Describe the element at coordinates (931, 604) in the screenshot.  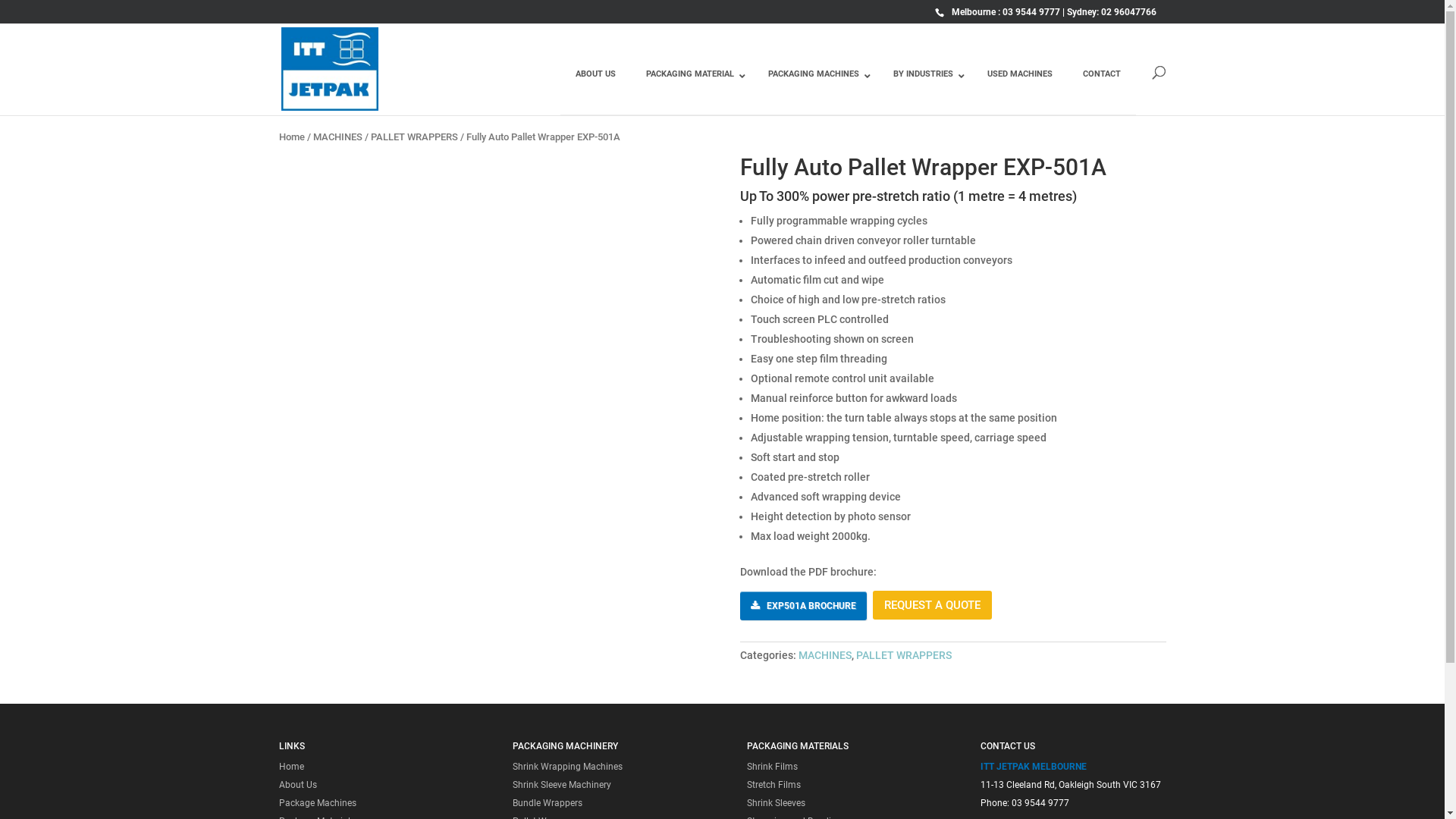
I see `'REQUEST A QUOTE'` at that location.